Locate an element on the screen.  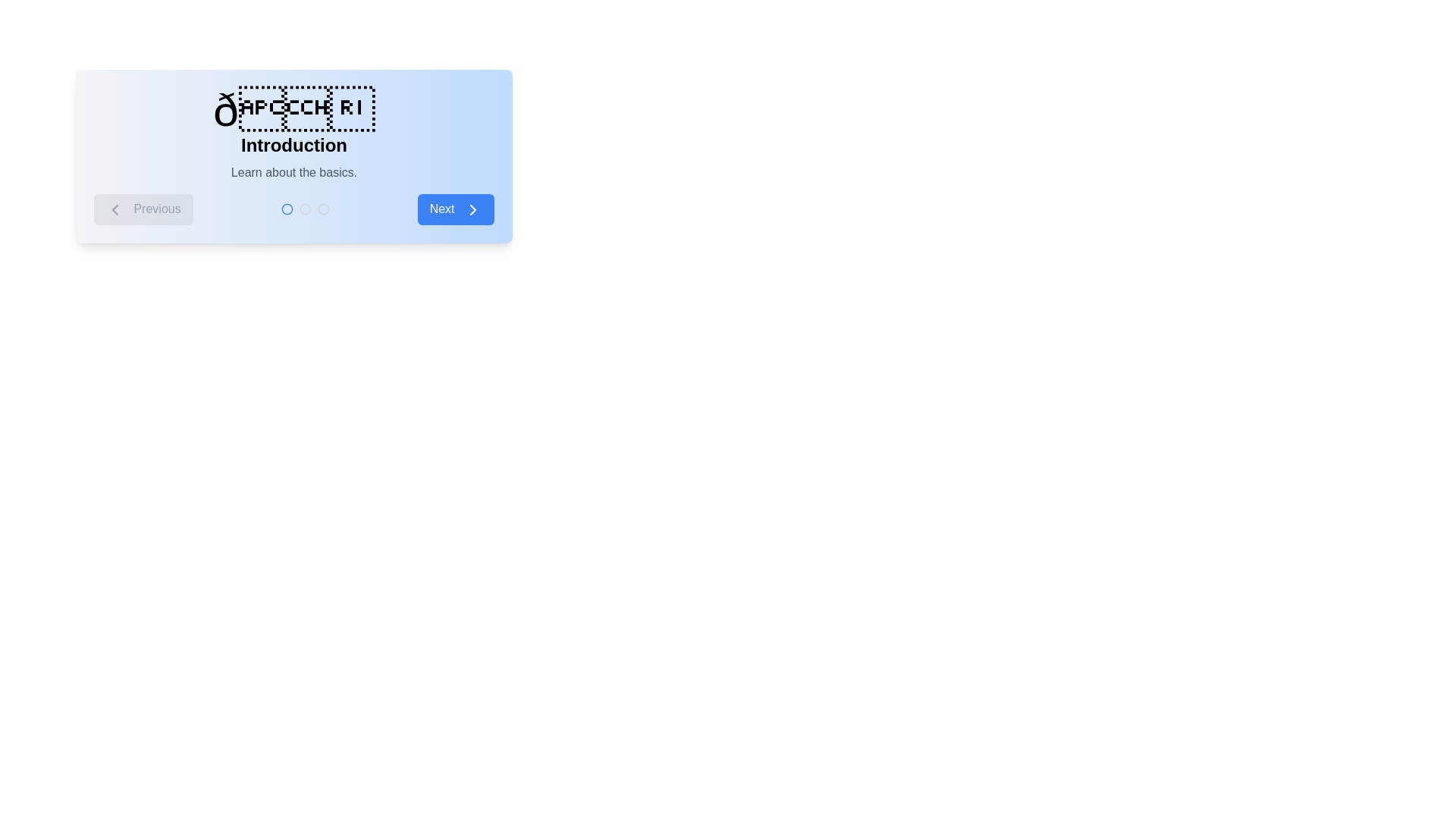
the 'Next' button to navigate to the next step is located at coordinates (454, 209).